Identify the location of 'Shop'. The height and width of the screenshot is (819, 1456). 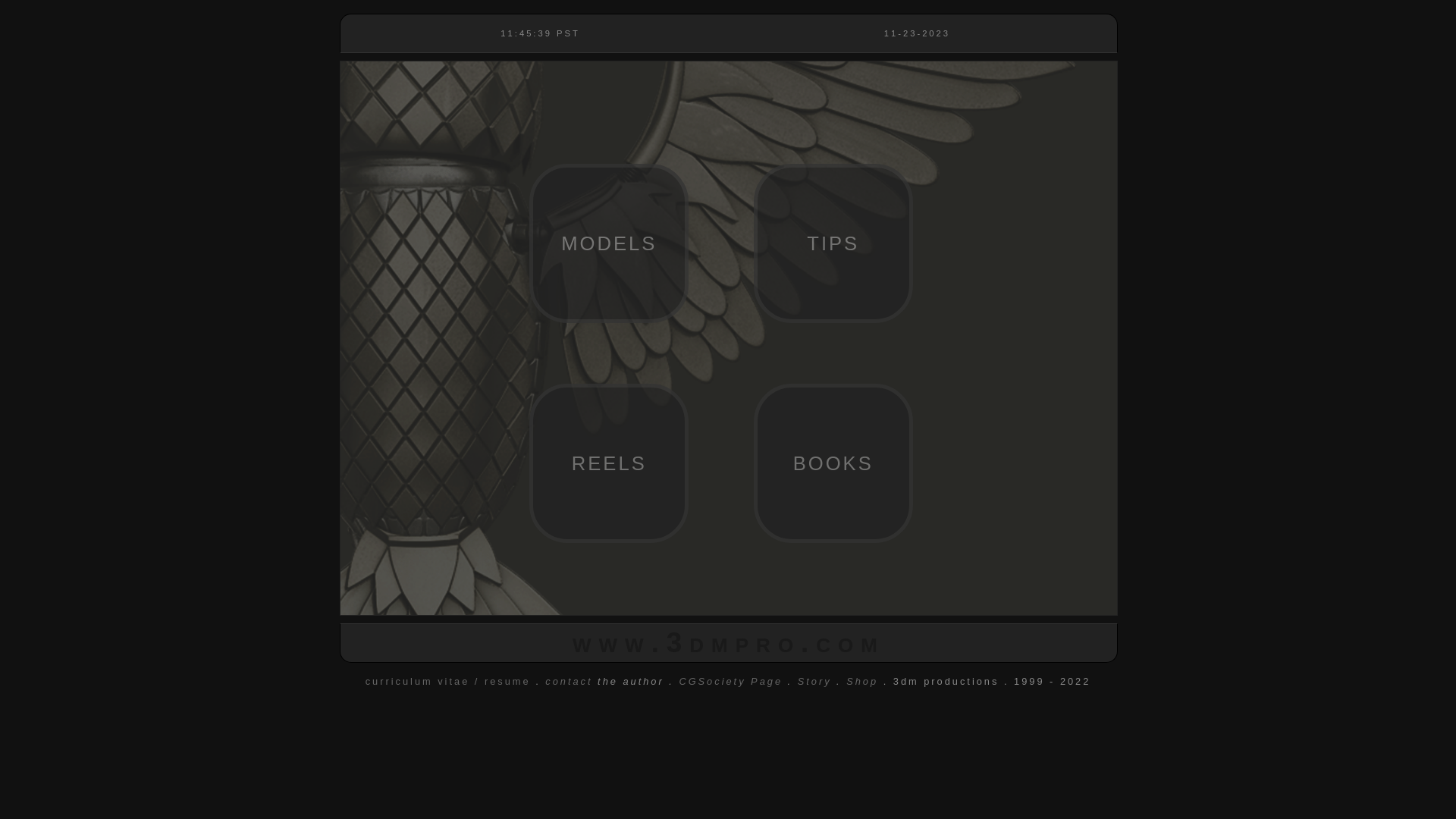
(862, 680).